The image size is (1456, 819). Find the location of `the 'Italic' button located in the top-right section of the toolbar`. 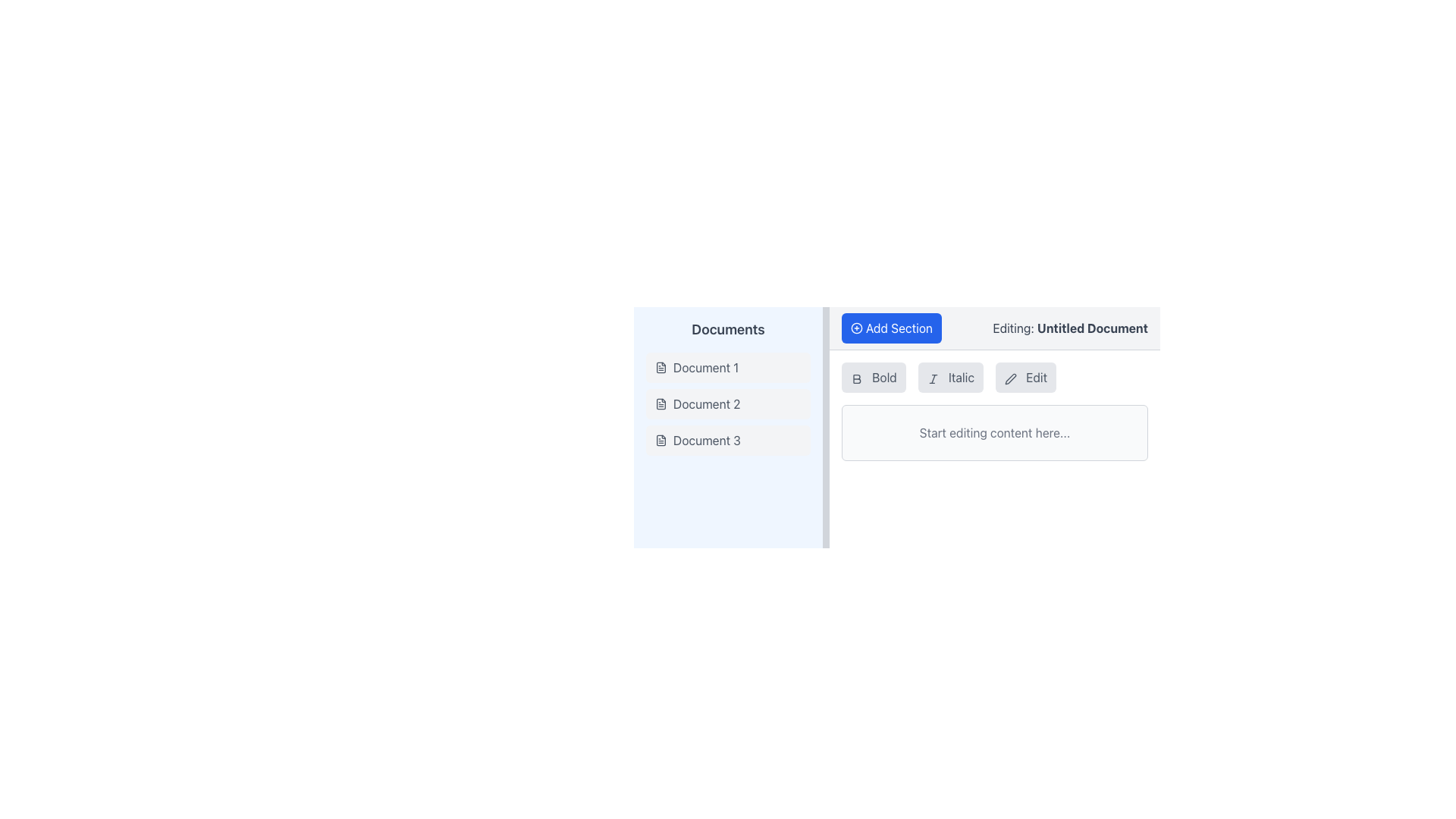

the 'Italic' button located in the top-right section of the toolbar is located at coordinates (949, 376).